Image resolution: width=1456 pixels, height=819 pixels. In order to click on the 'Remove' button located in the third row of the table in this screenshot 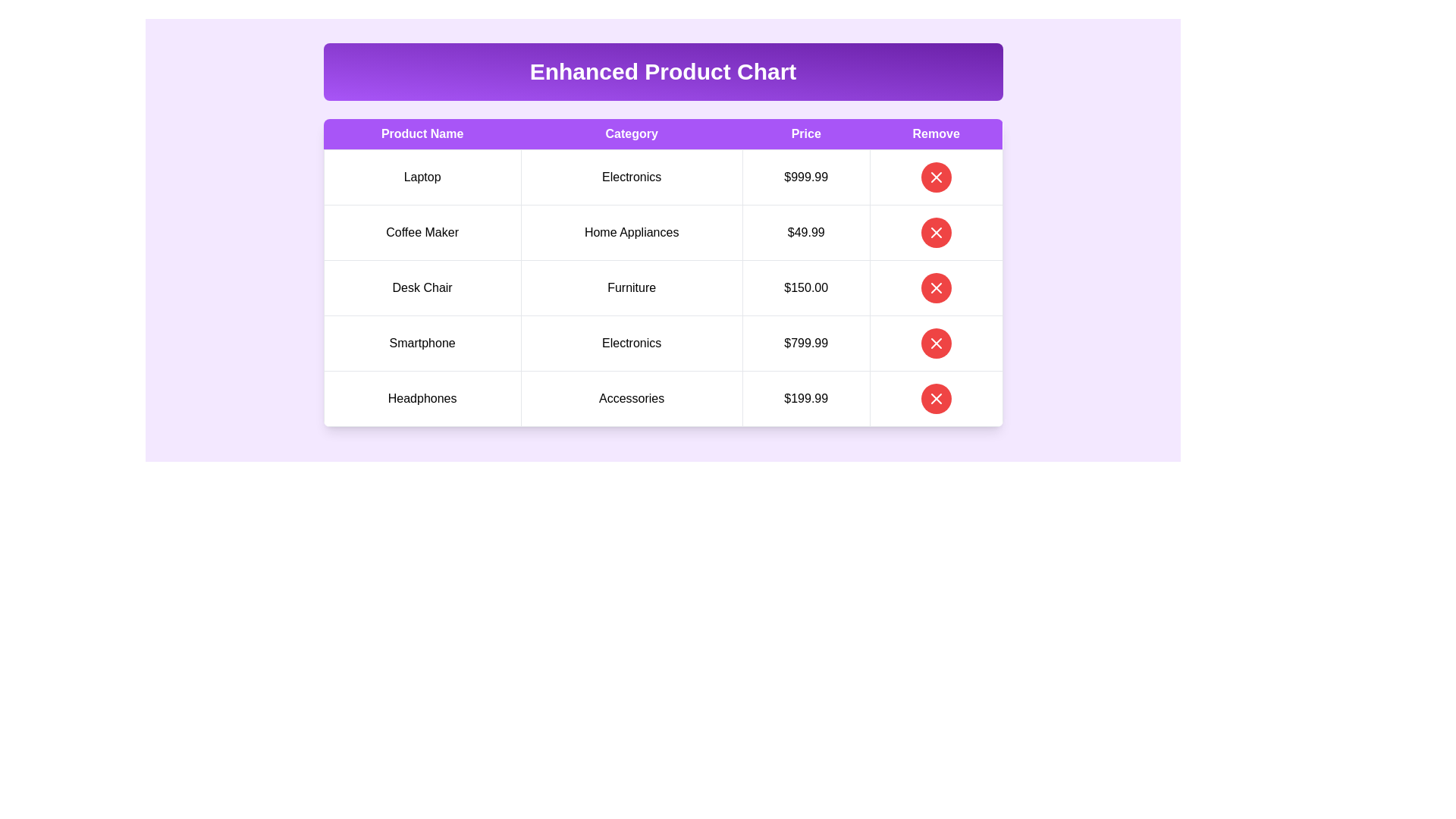, I will do `click(935, 288)`.